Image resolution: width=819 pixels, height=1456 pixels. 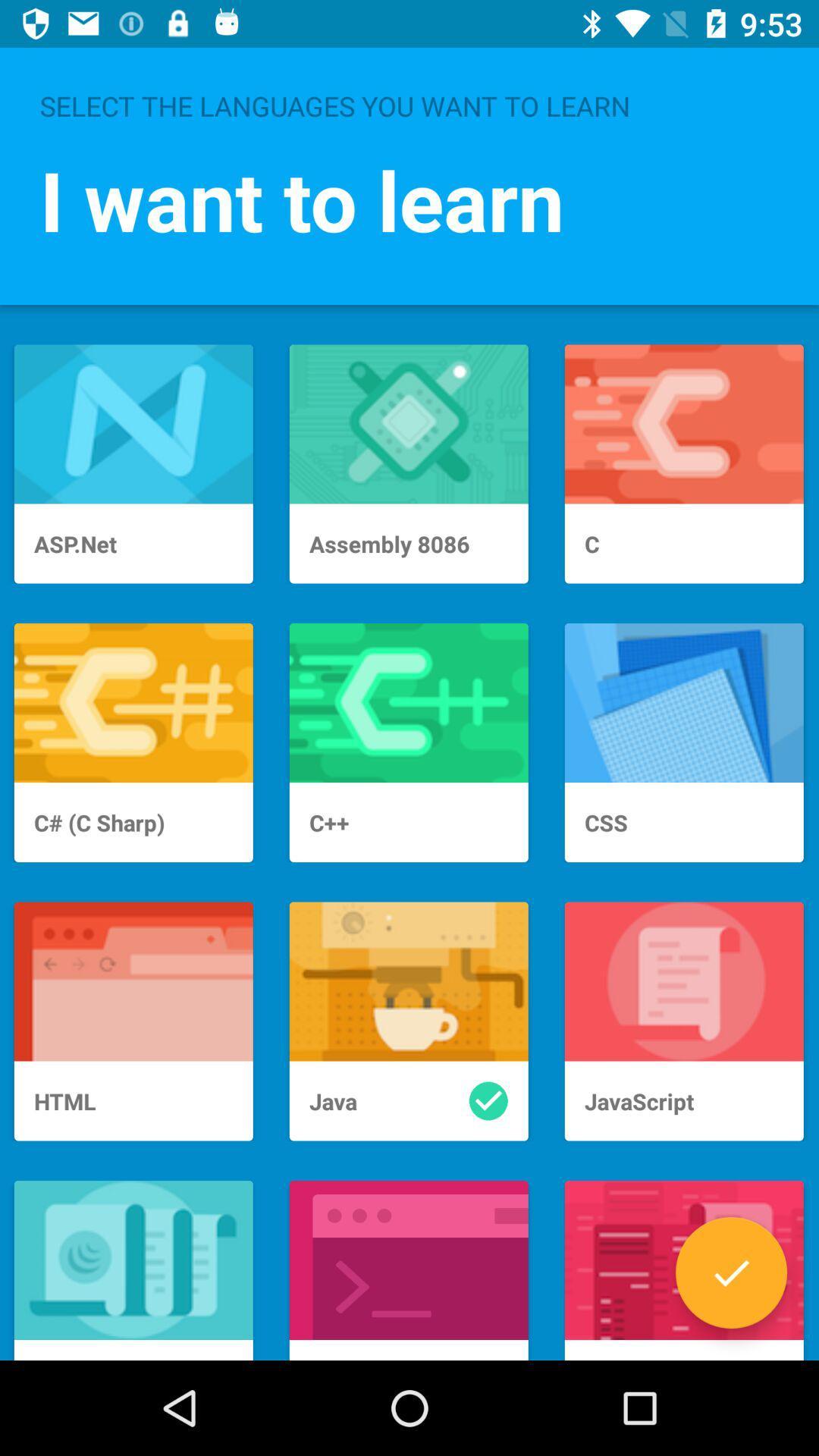 I want to click on accept option, so click(x=730, y=1272).